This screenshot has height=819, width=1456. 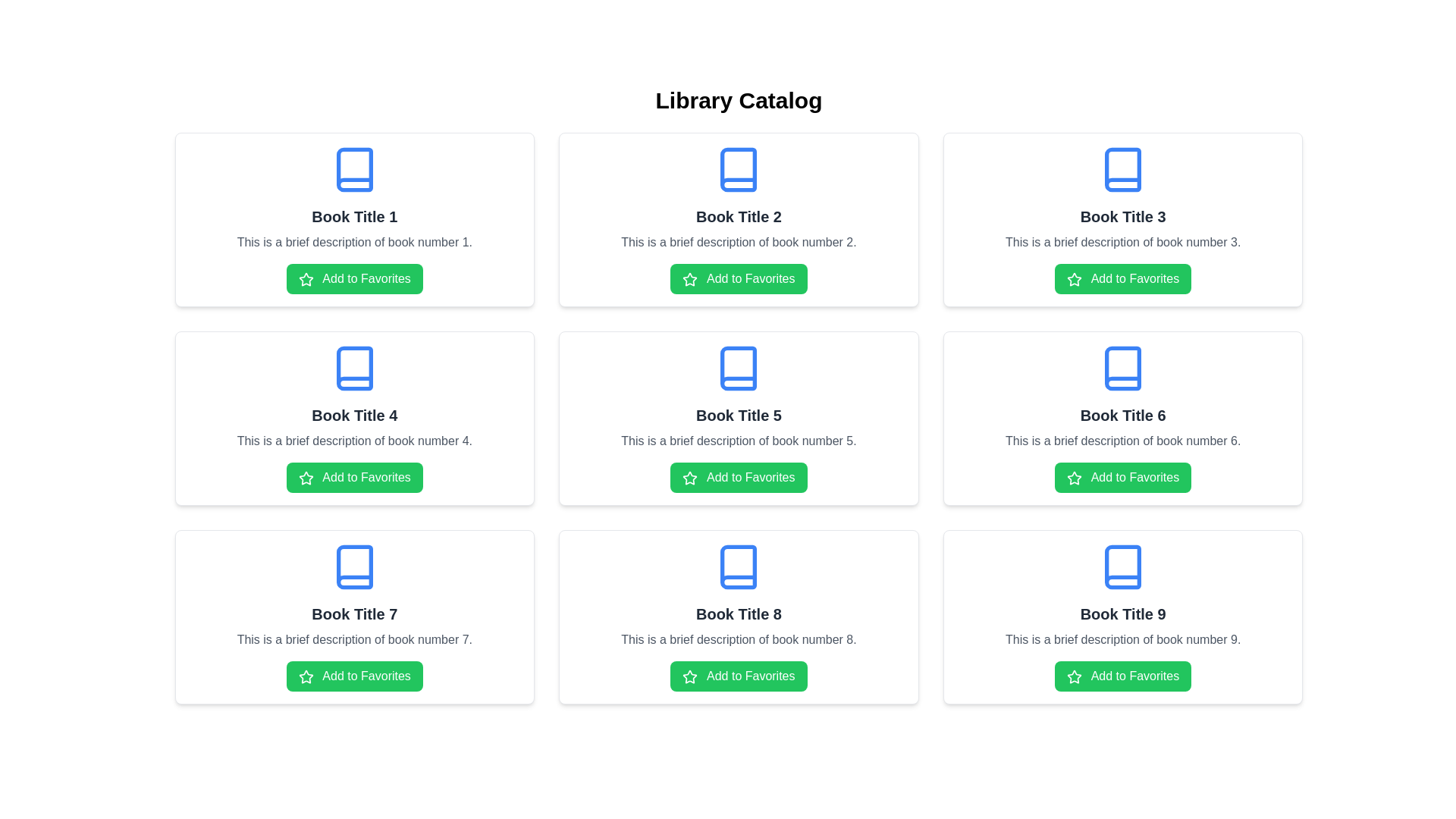 I want to click on the green star-shaped icon inside the 'Add to Favorites' button located in the second card of the top row, so click(x=689, y=279).